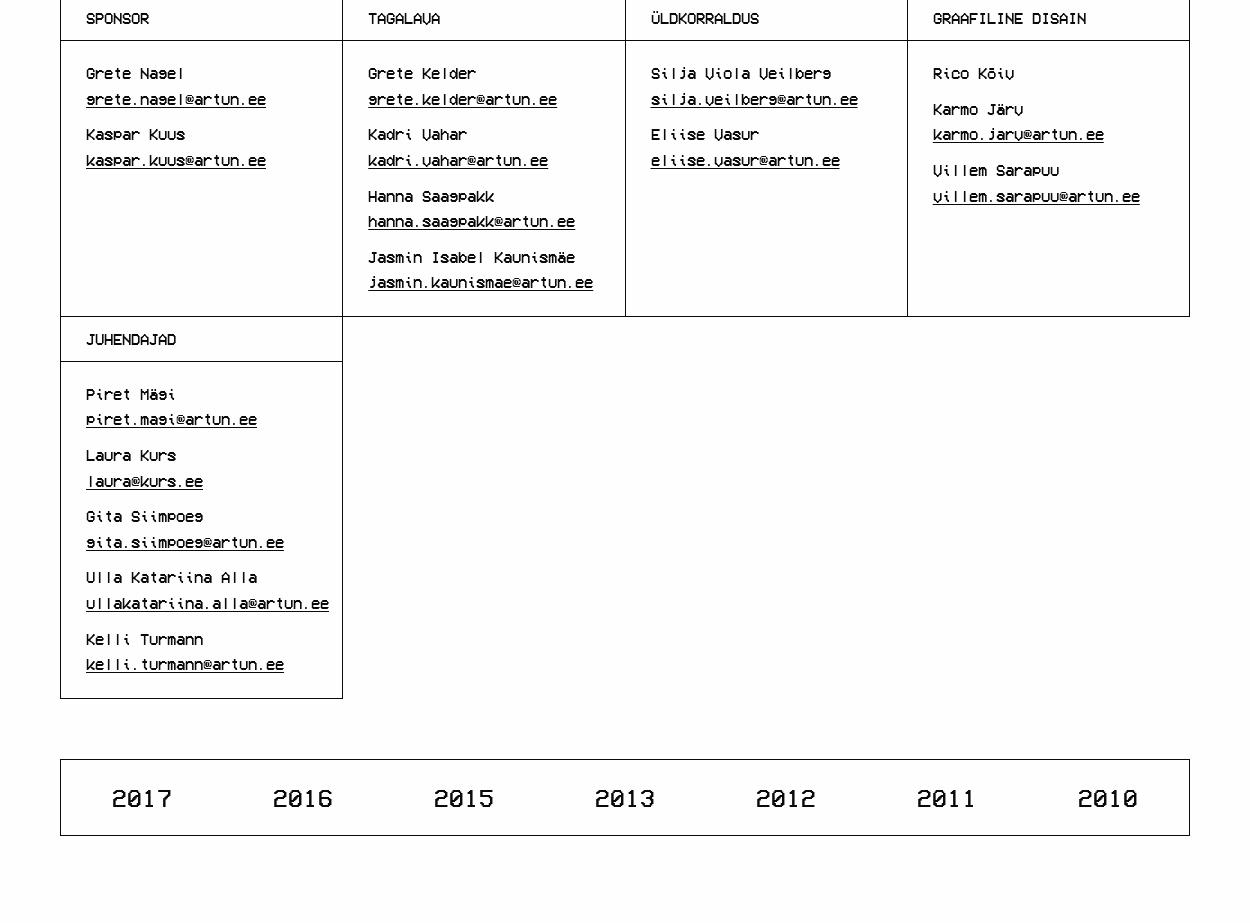  What do you see at coordinates (144, 636) in the screenshot?
I see `'Kelli Turmann'` at bounding box center [144, 636].